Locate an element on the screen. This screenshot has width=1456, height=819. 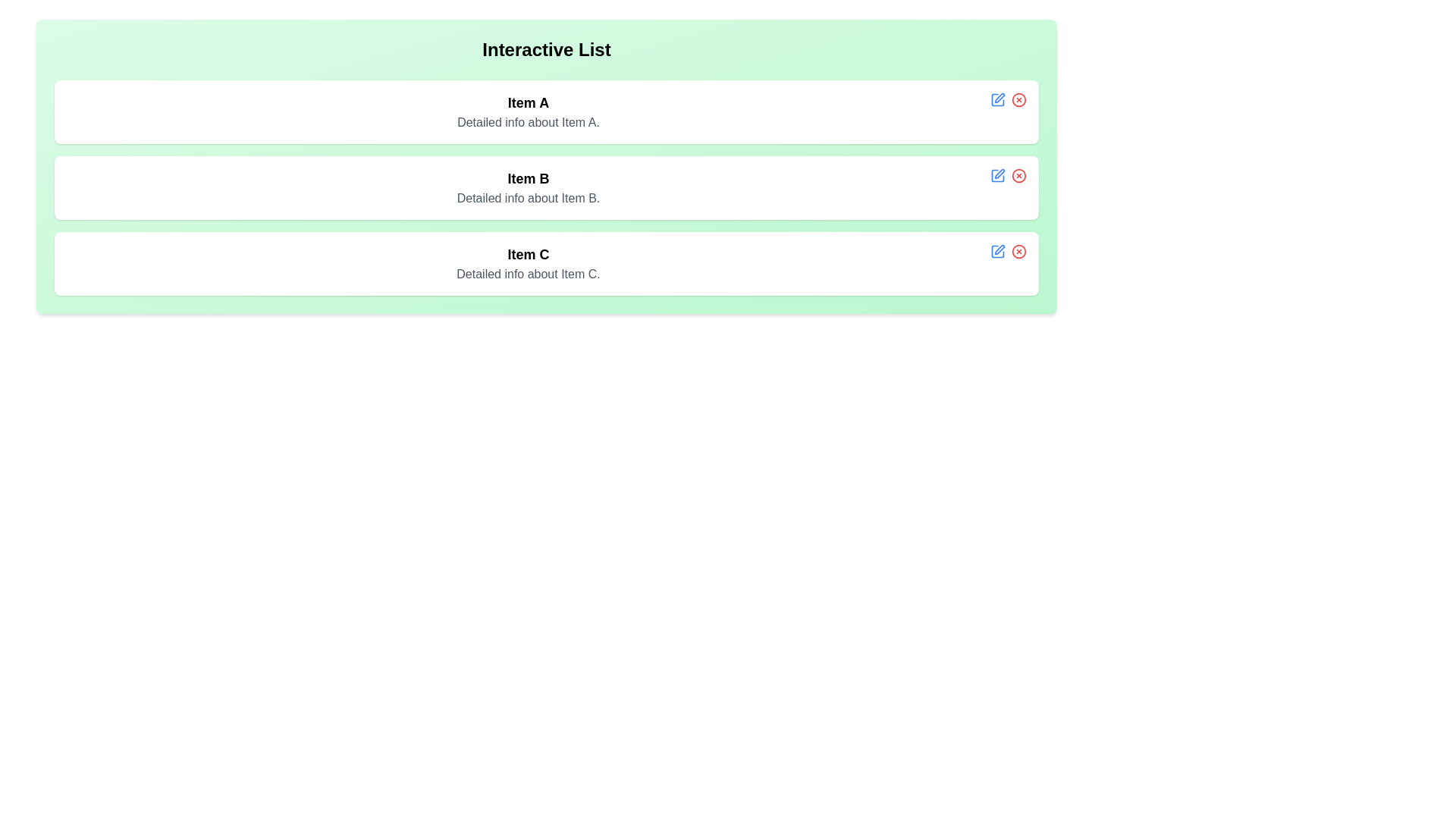
the dismiss or close icon button associated with 'Item A' in the top row of the vertical list is located at coordinates (1019, 99).